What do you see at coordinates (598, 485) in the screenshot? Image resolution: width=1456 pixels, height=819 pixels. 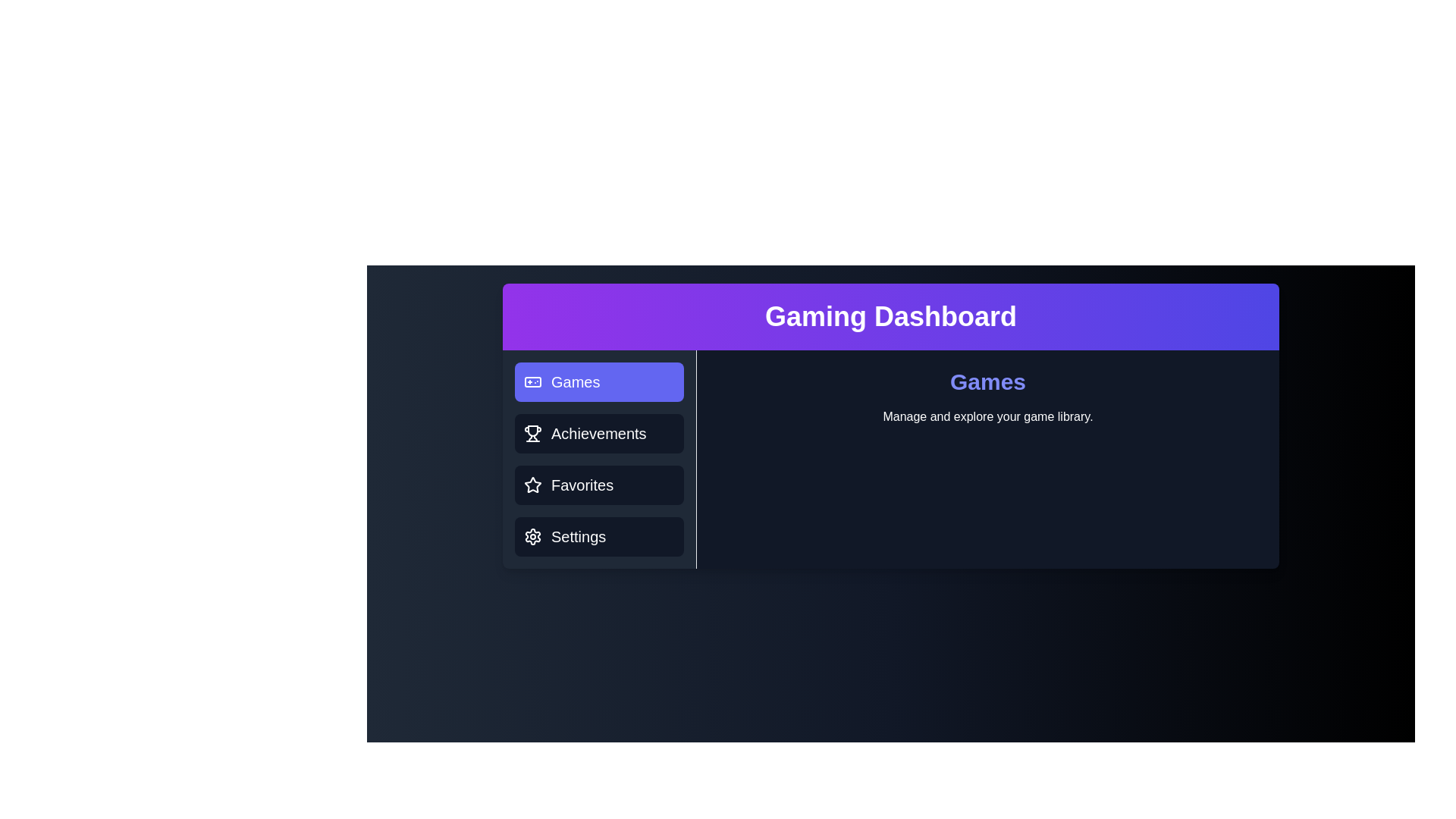 I see `the tab labeled Favorites to observe its hover effect` at bounding box center [598, 485].